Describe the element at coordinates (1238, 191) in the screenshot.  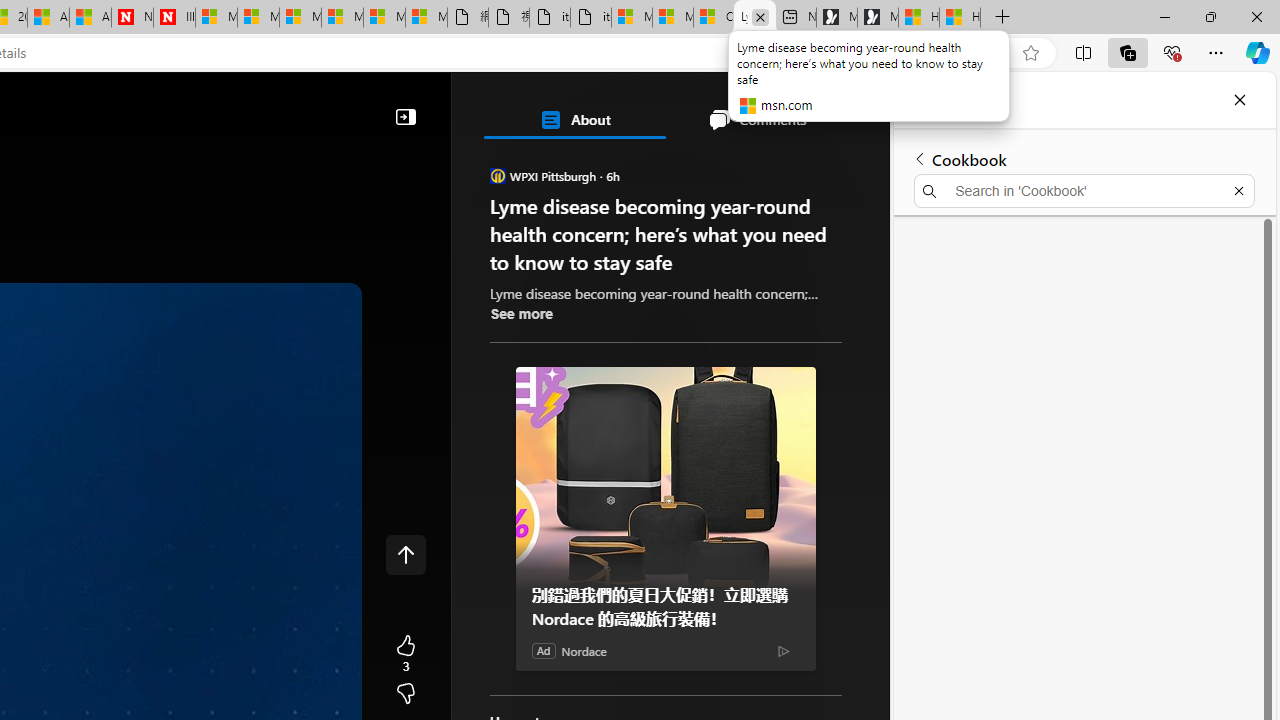
I see `'Exit search'` at that location.